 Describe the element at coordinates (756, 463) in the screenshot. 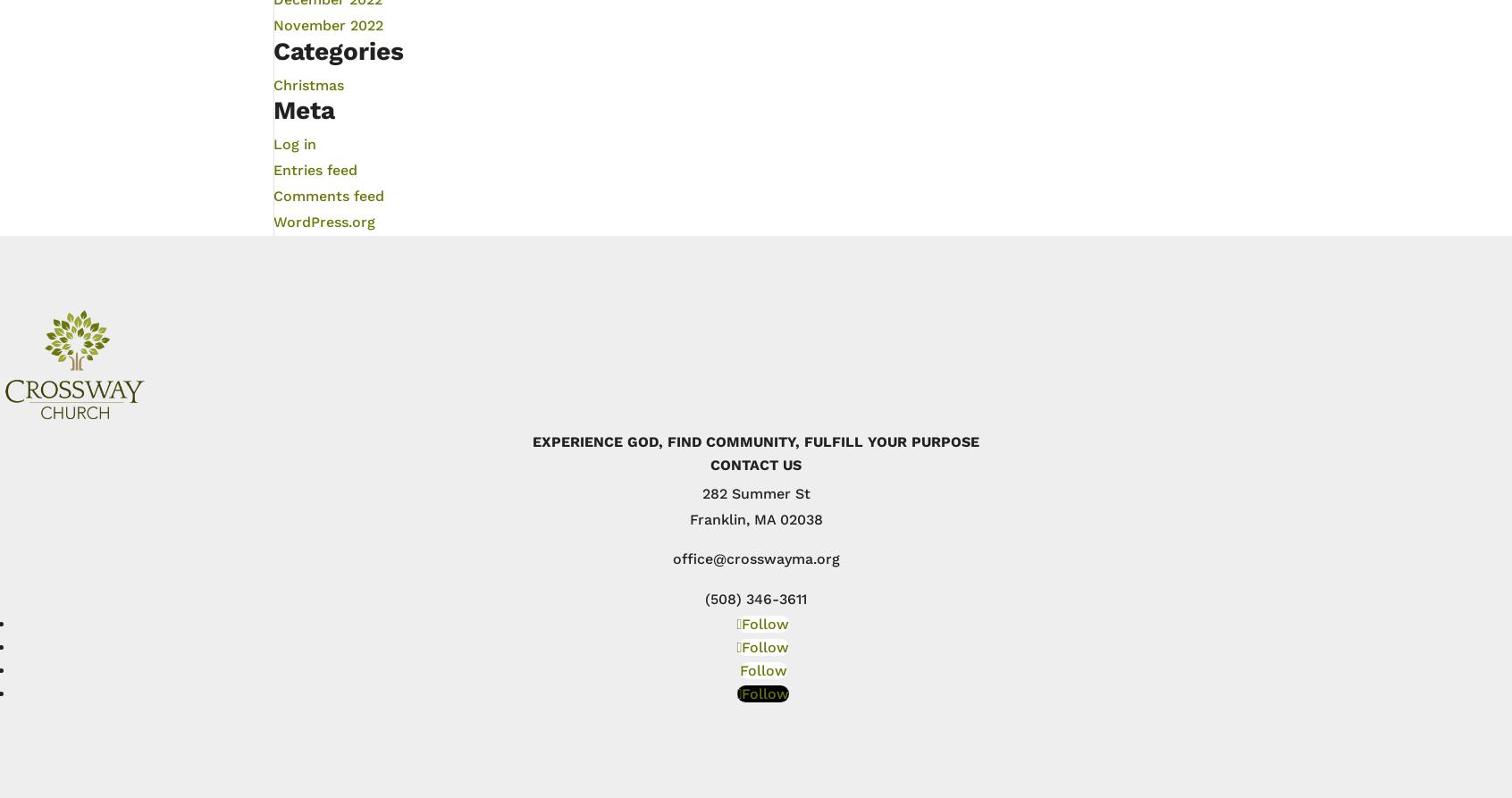

I see `'CONTACT US'` at that location.